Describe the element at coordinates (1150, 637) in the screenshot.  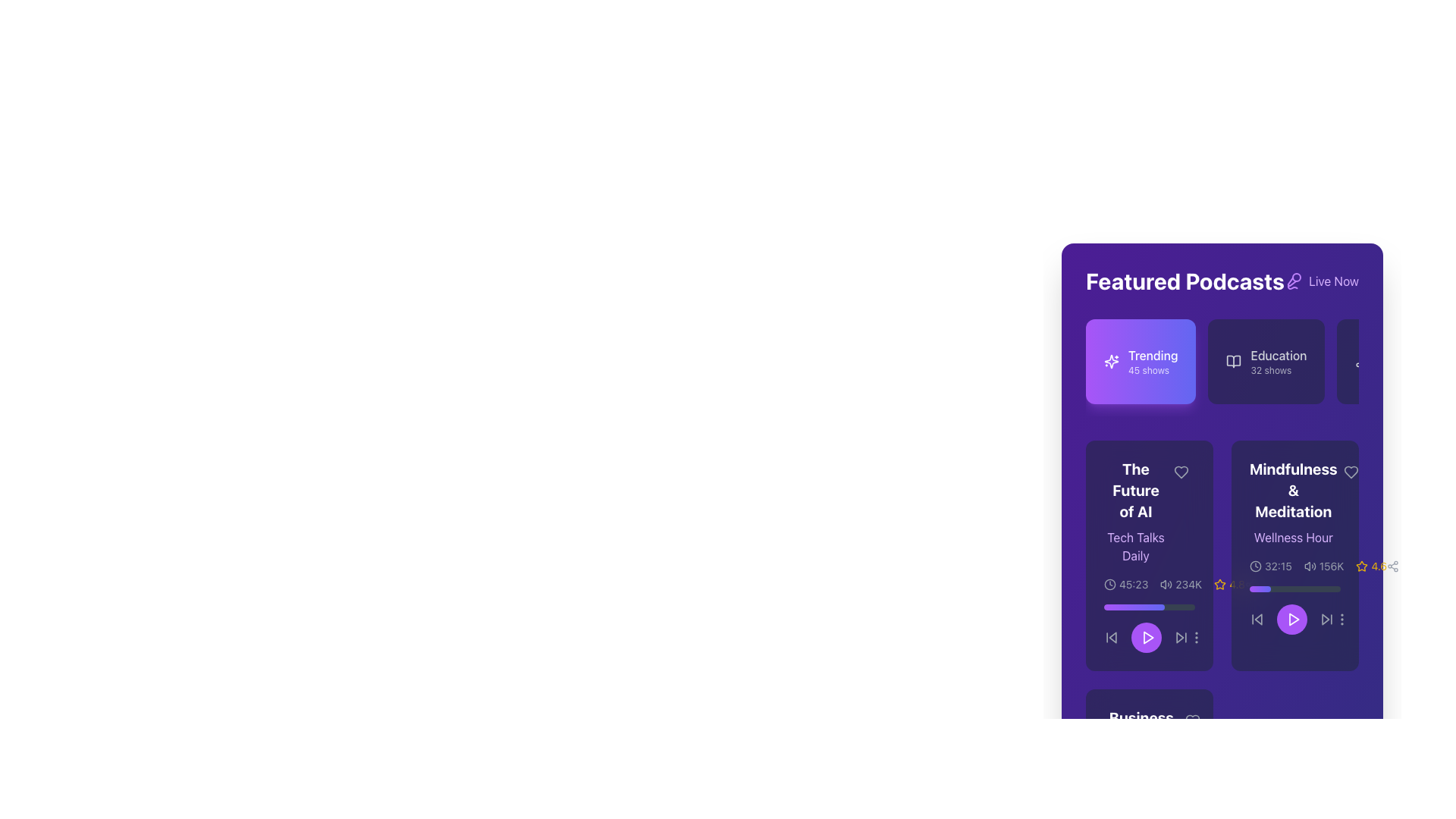
I see `the circular button with a purple background and white triangular play icon, located centrally in the row of playback control buttons beneath the title 'The Future of AI'` at that location.